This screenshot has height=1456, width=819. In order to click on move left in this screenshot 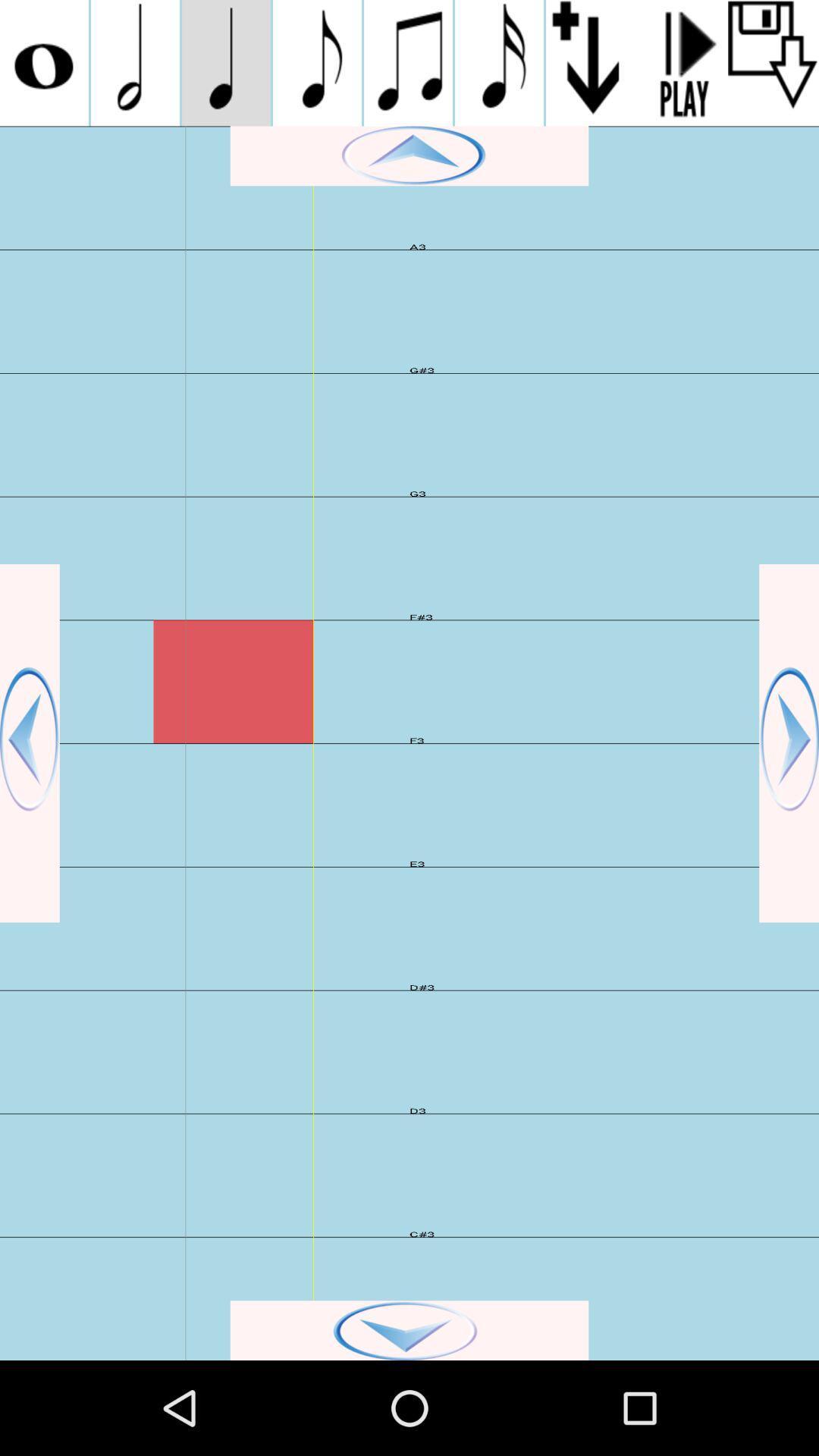, I will do `click(30, 743)`.